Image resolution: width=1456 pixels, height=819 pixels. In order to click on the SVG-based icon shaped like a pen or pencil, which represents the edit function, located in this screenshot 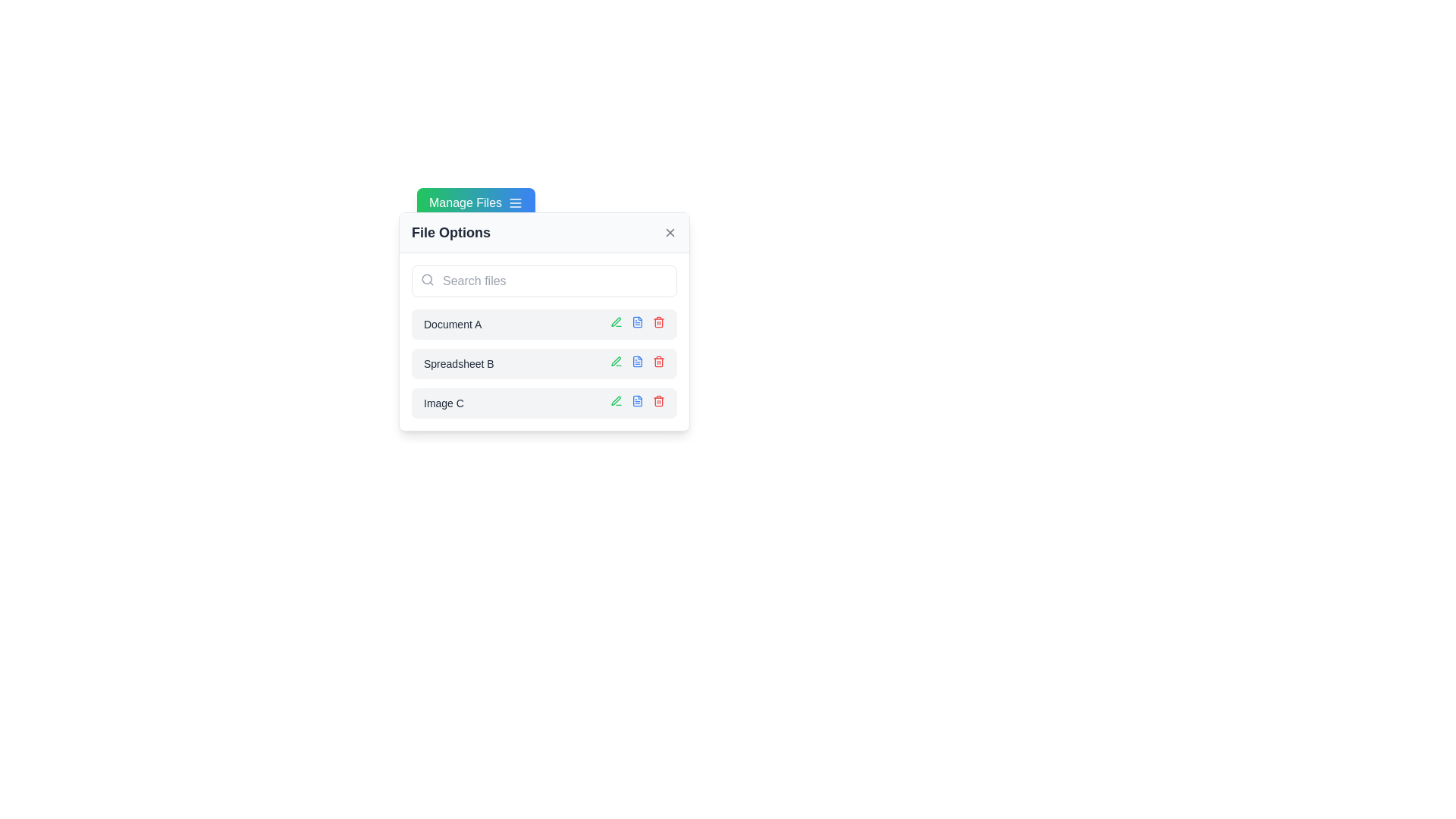, I will do `click(616, 321)`.